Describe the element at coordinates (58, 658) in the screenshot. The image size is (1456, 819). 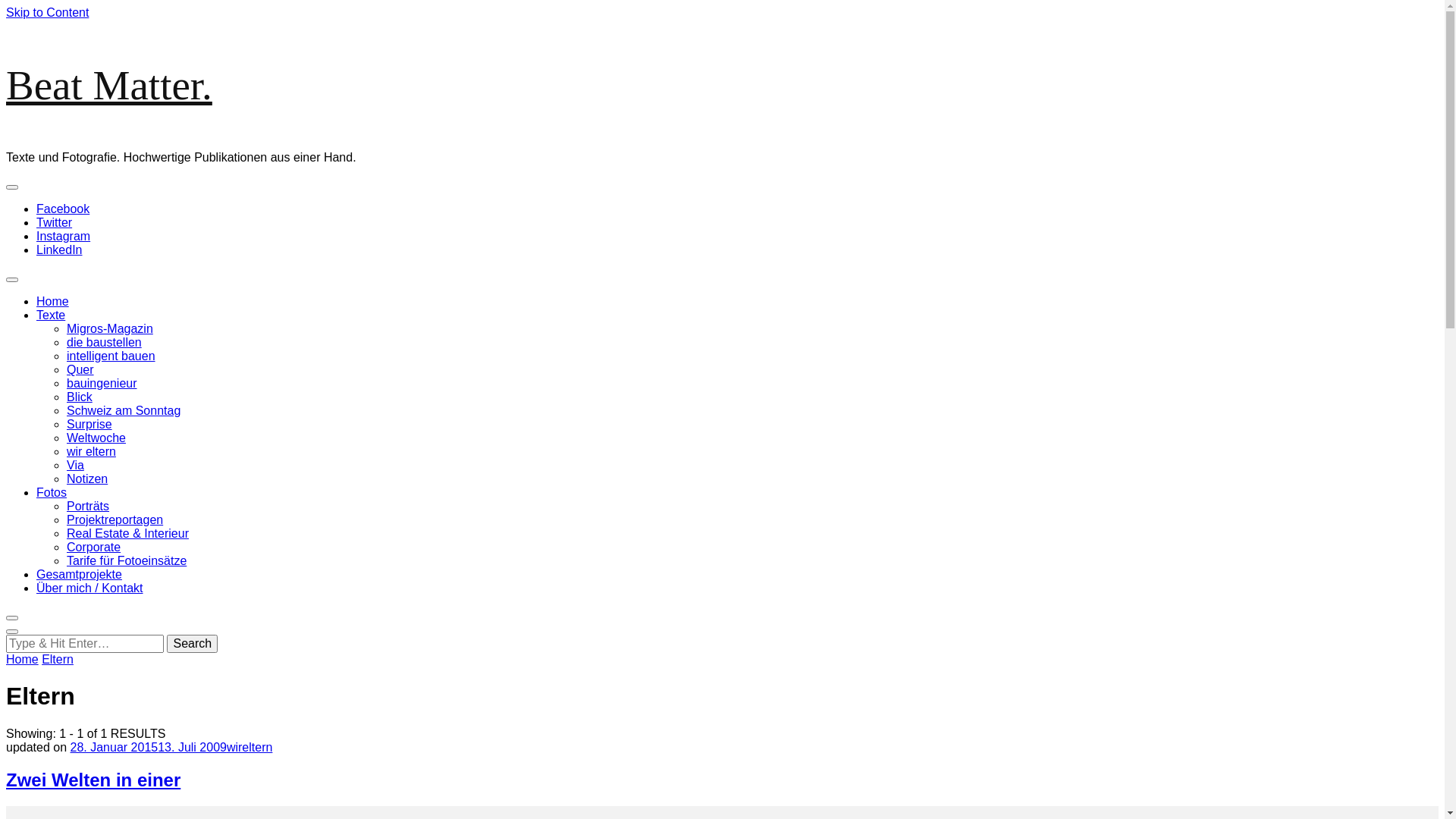
I see `'Eltern'` at that location.